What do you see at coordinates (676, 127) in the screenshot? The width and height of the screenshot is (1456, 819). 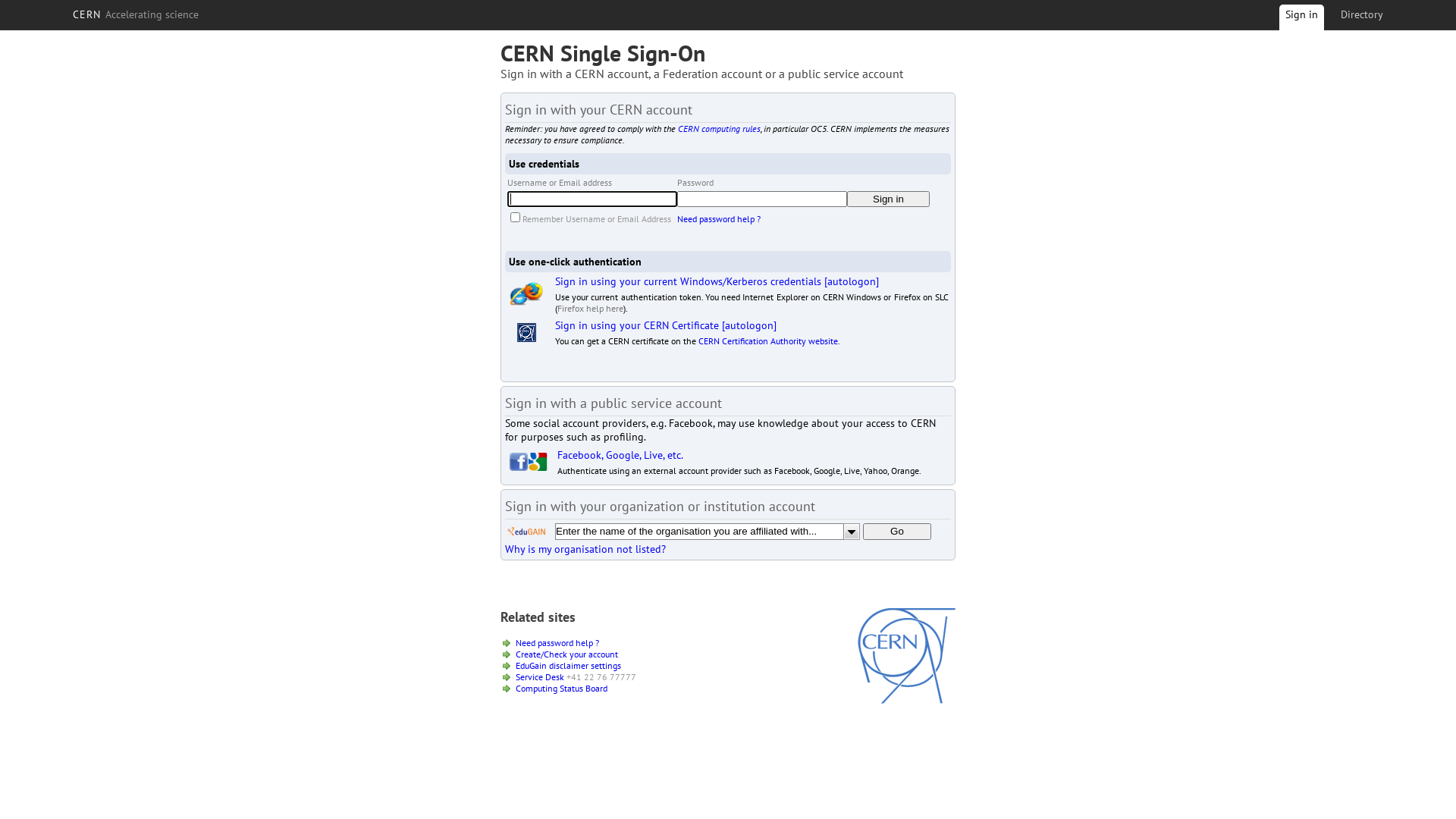 I see `'CERN computing rules'` at bounding box center [676, 127].